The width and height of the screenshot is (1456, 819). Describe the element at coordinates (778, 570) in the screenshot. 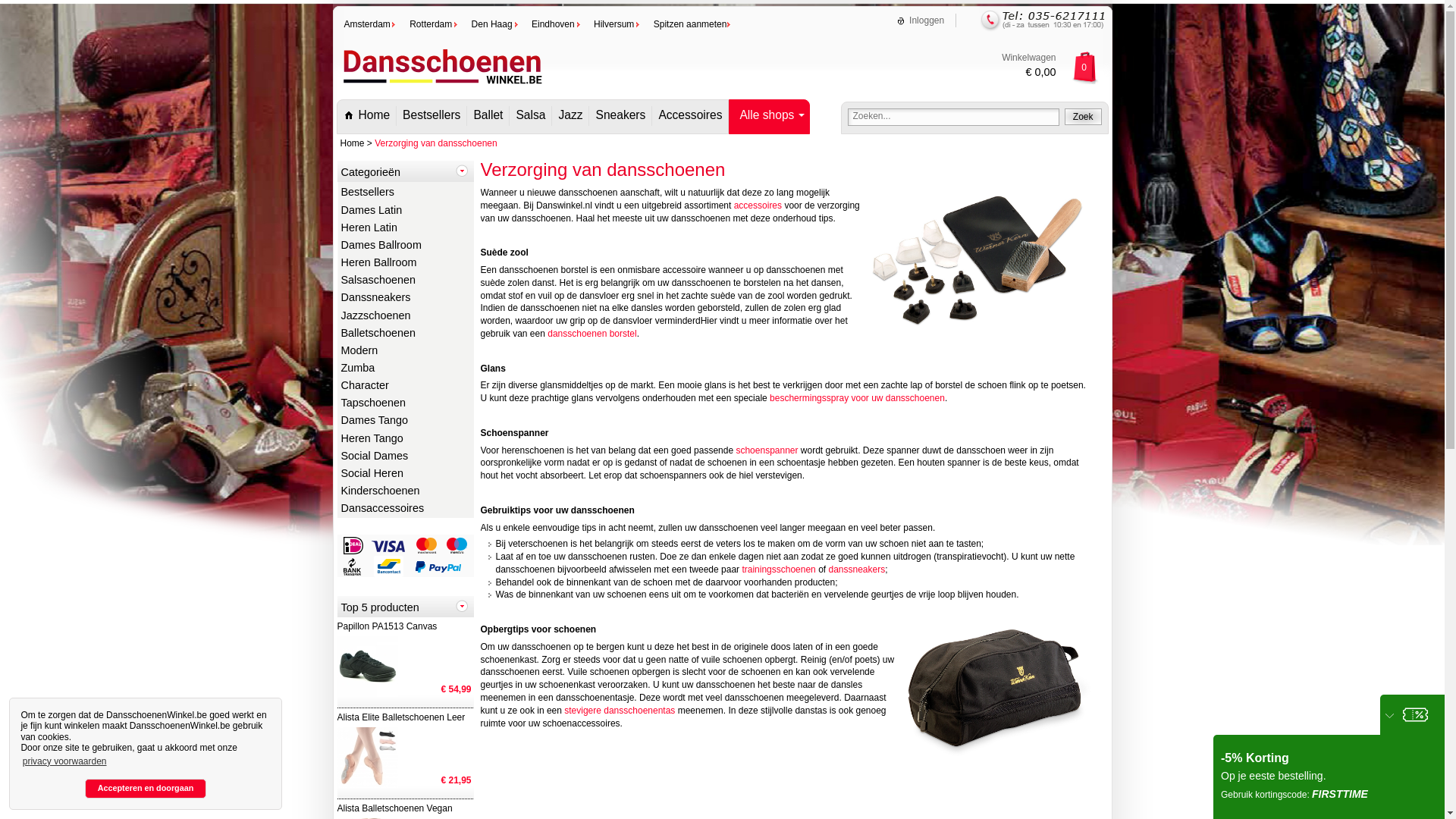

I see `'trainingsschoenen'` at that location.